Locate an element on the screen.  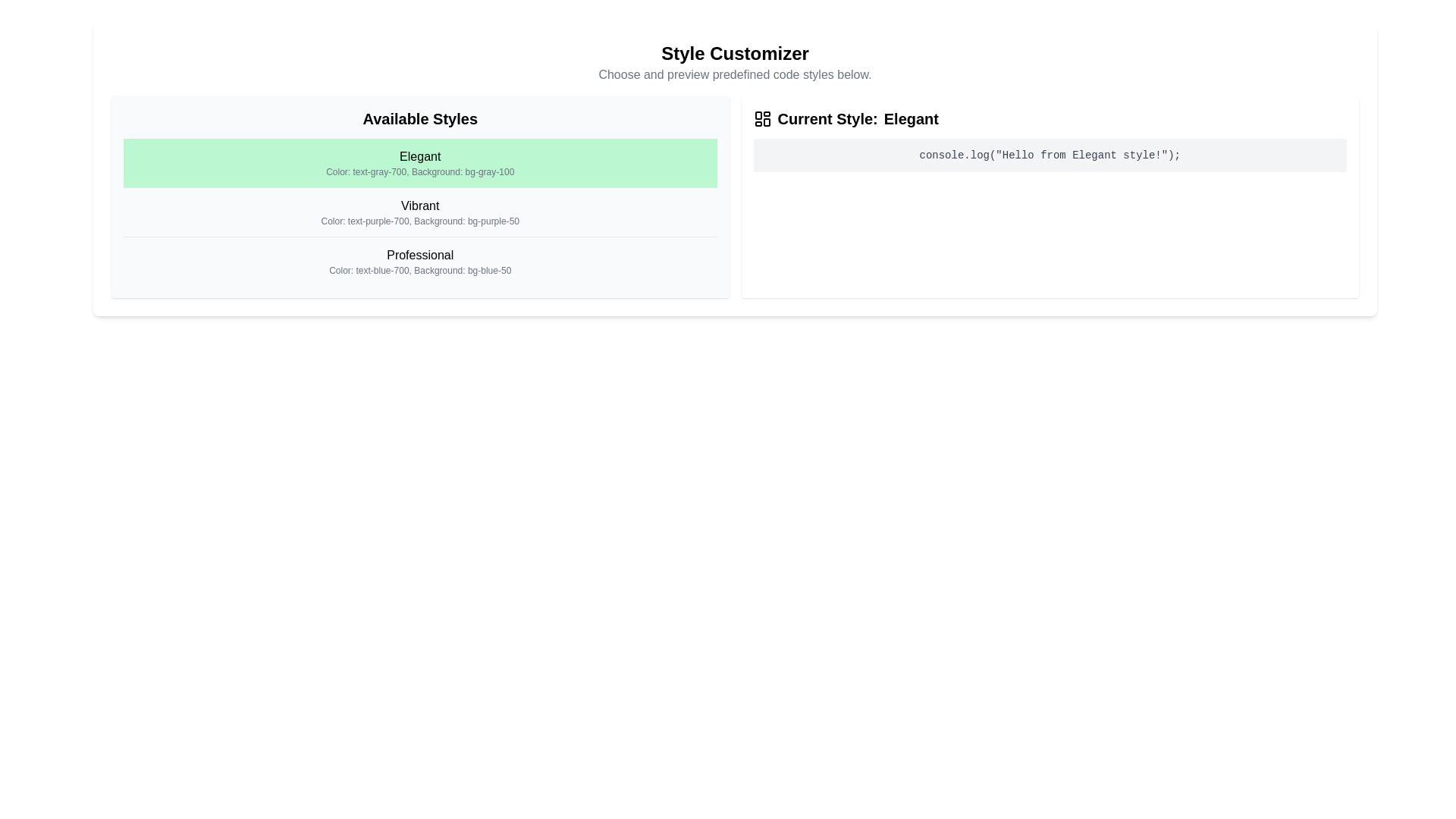
the text label 'Vibrant' which serves as the title for the style option, located in the second style option under the 'Available Styles' section is located at coordinates (420, 206).